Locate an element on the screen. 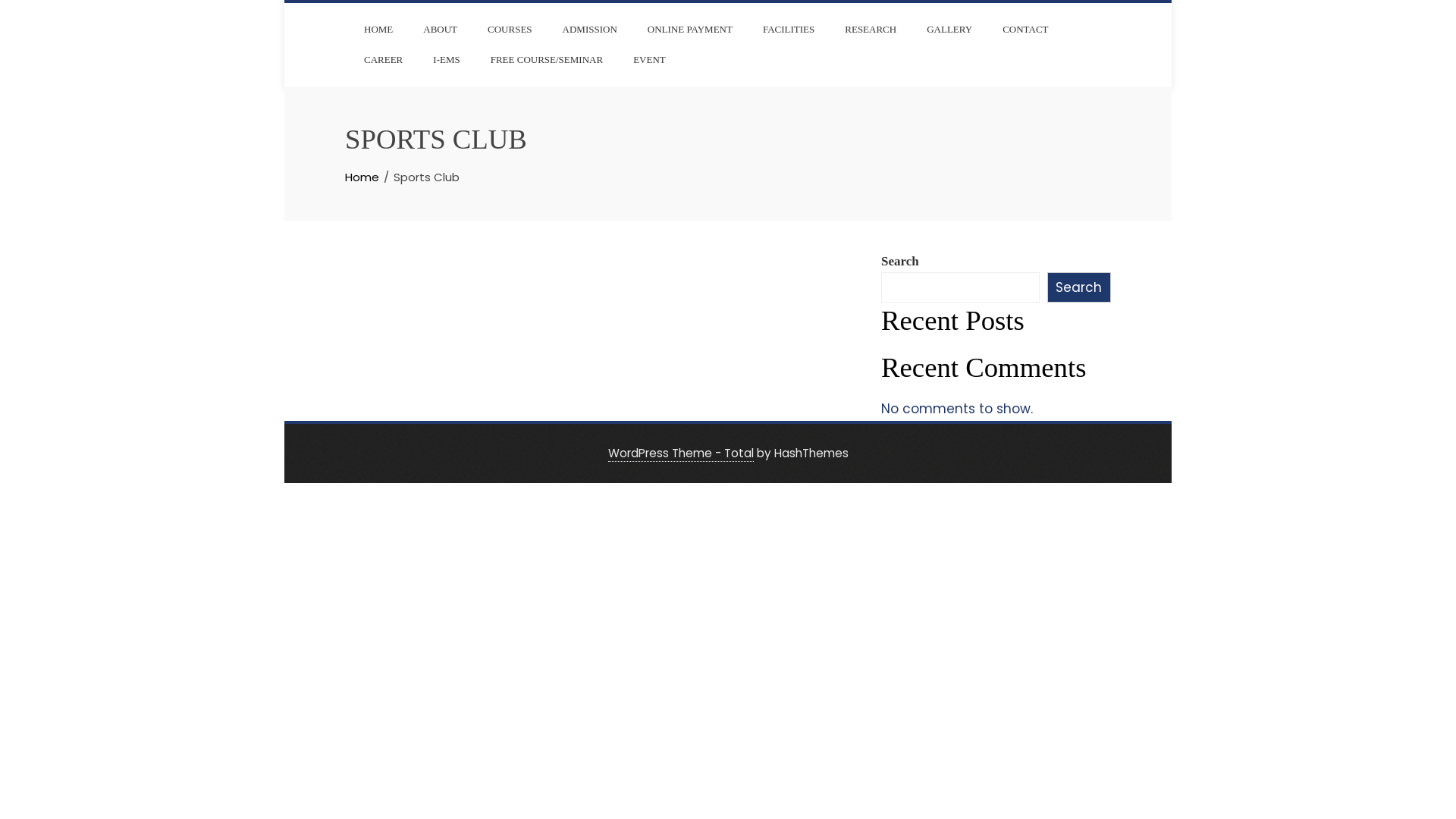  'FREE COURSE/SEMINAR' is located at coordinates (546, 58).